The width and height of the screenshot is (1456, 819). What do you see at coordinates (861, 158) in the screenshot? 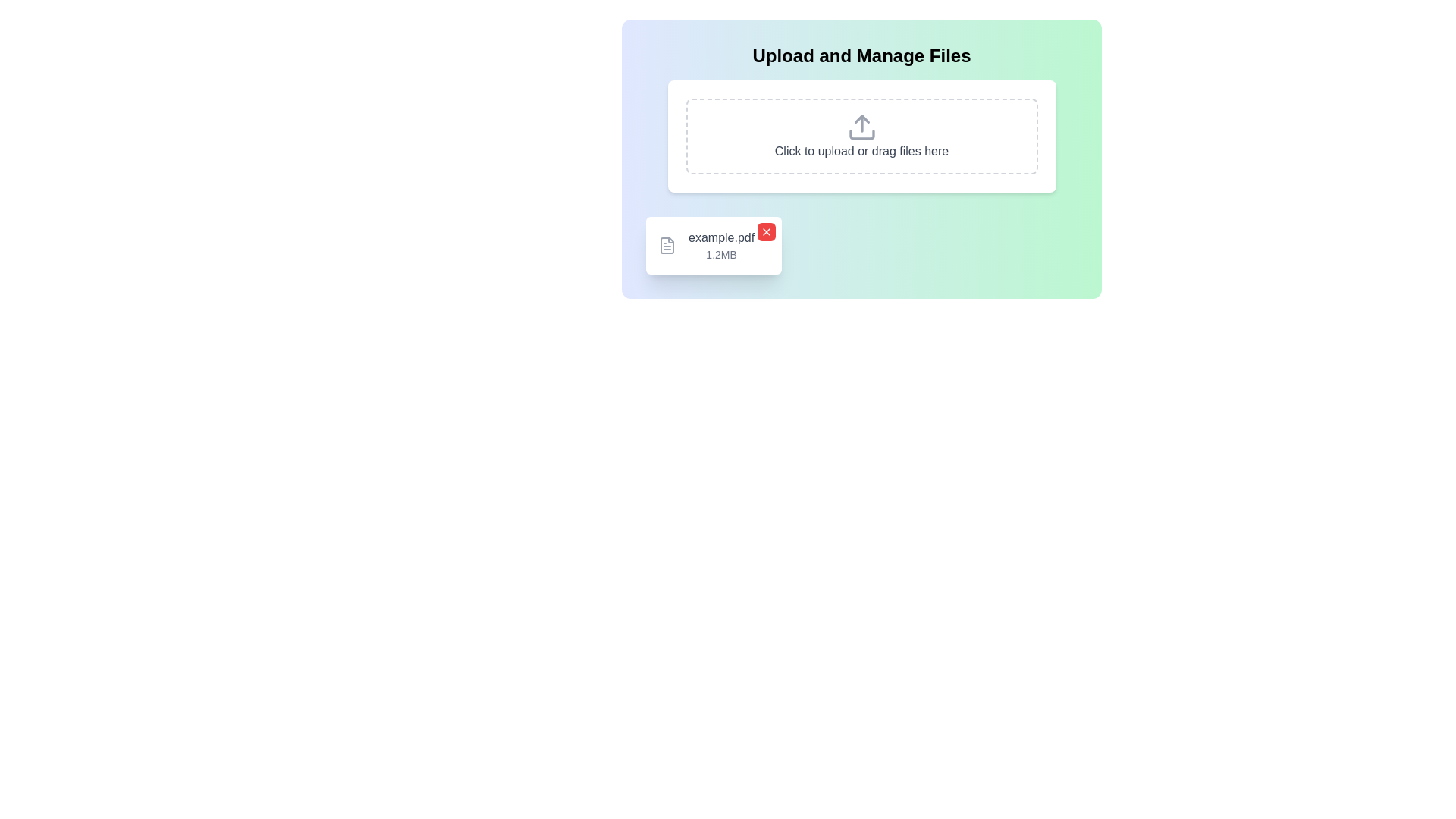
I see `and drop files into the file upload interface that features a gradient background and displays the text 'Click` at bounding box center [861, 158].